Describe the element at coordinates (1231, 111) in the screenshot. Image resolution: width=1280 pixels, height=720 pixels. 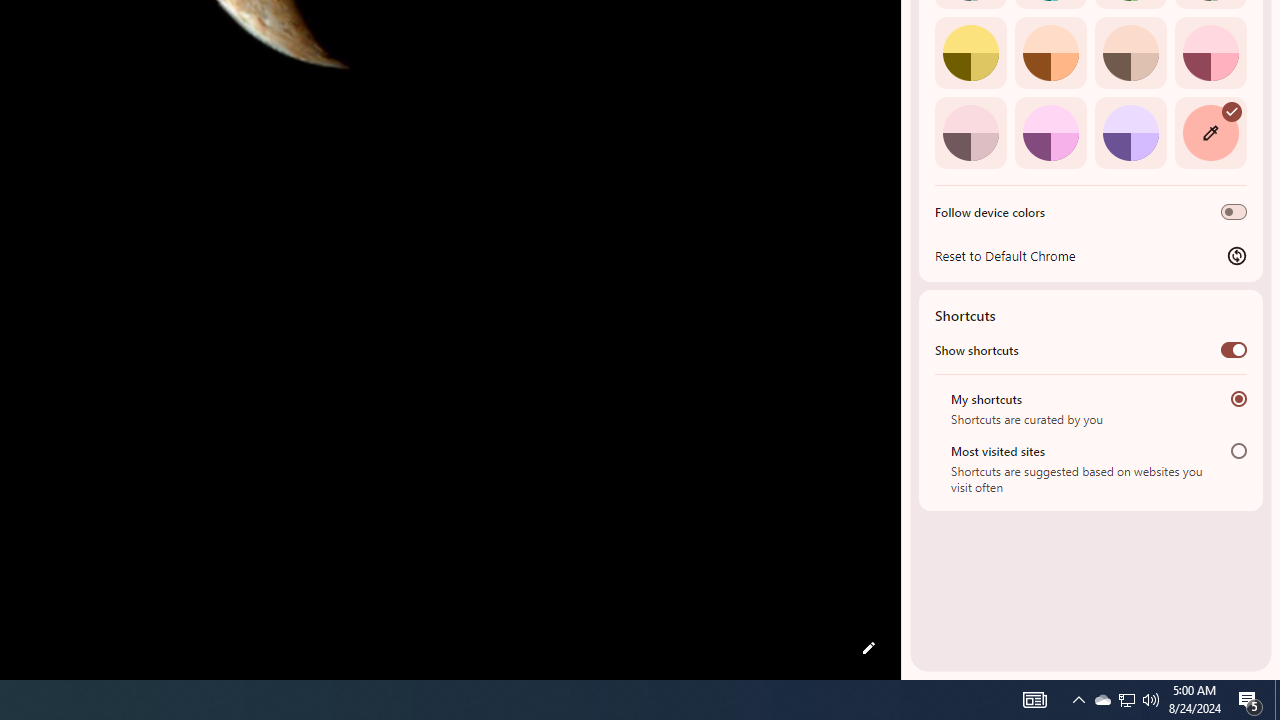
I see `'AutomationID: svg'` at that location.